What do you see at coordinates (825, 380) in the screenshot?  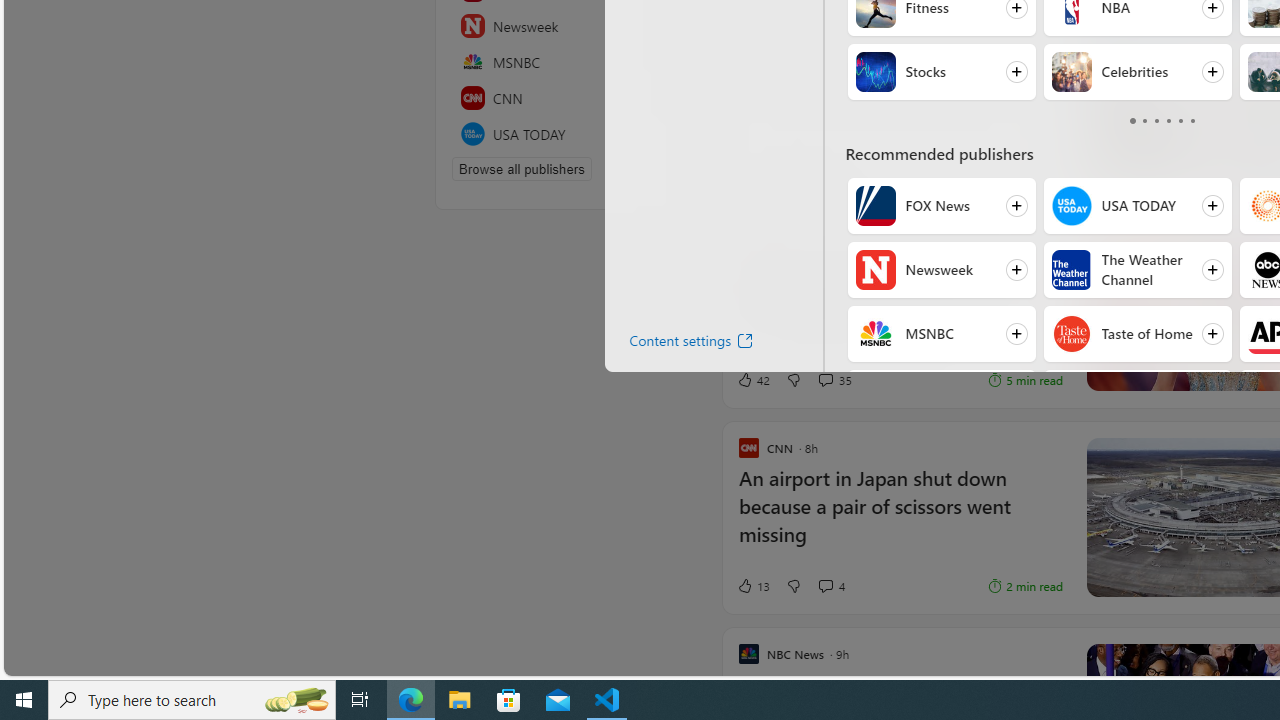 I see `'View comments 35 Comment'` at bounding box center [825, 380].